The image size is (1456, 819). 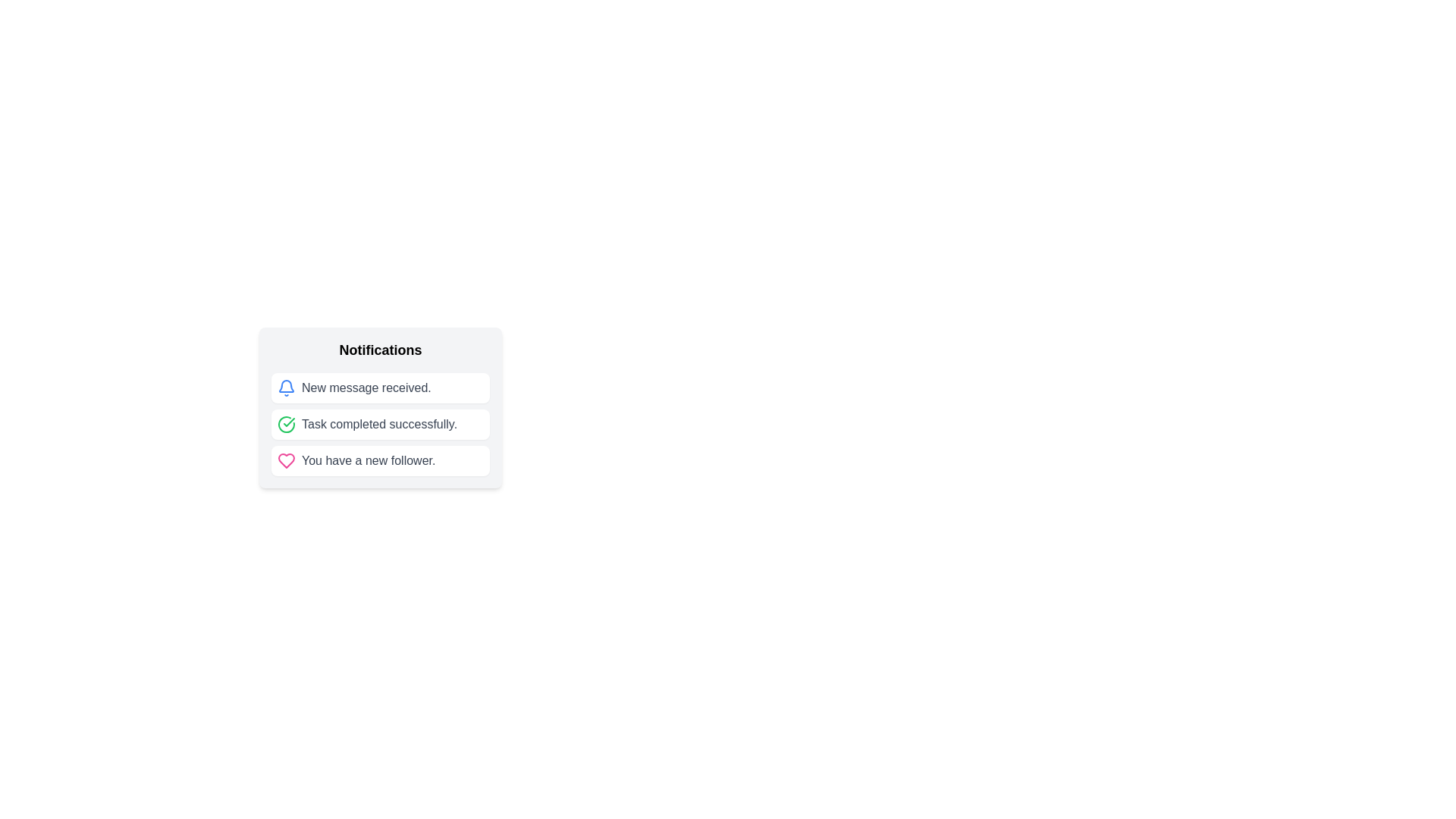 I want to click on the green checkmark icon within the second notification entry in the centered notification popup, so click(x=289, y=422).